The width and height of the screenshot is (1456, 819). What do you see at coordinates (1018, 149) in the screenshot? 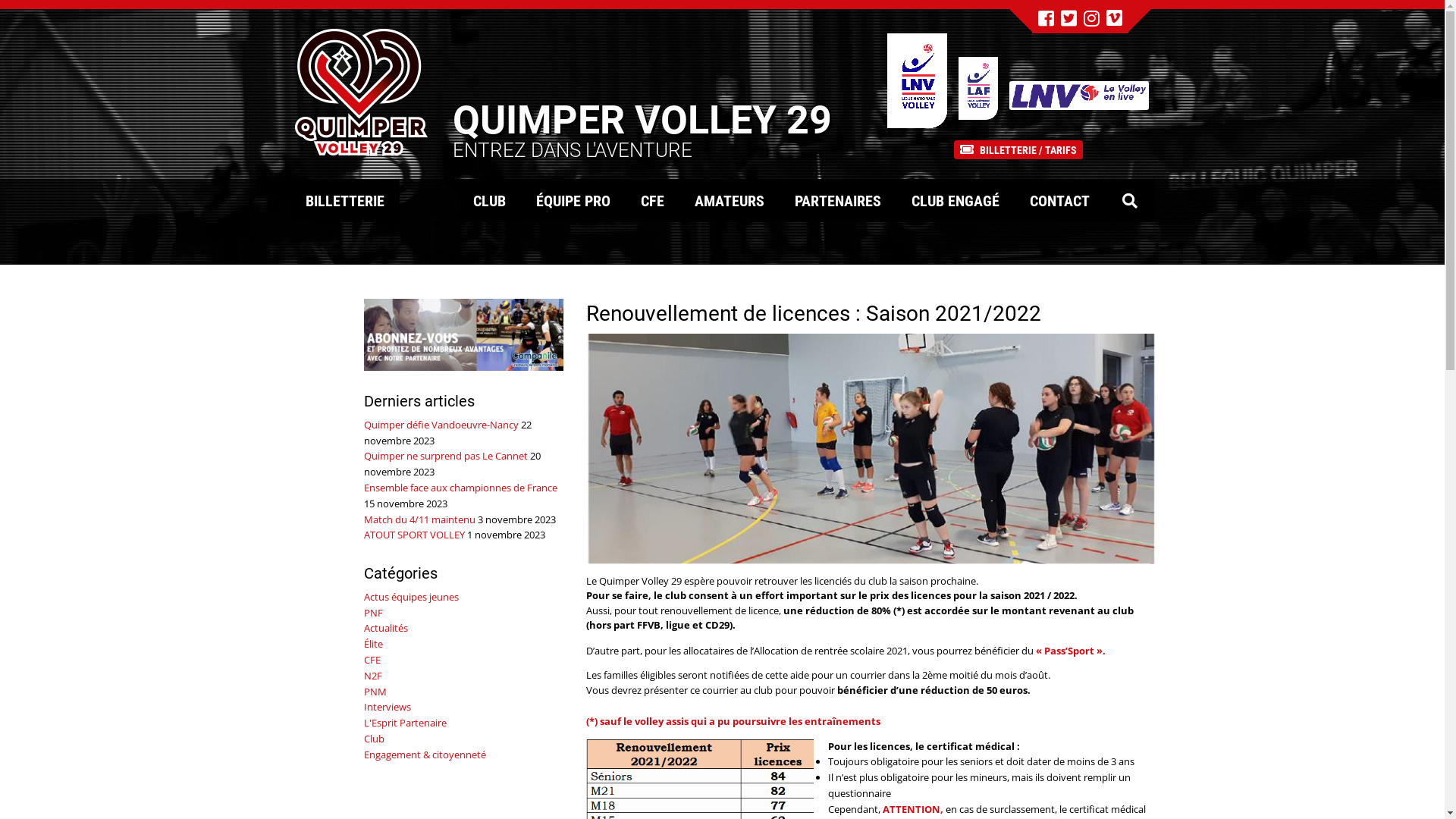
I see `'BILLETTERIE / TARIFS'` at bounding box center [1018, 149].